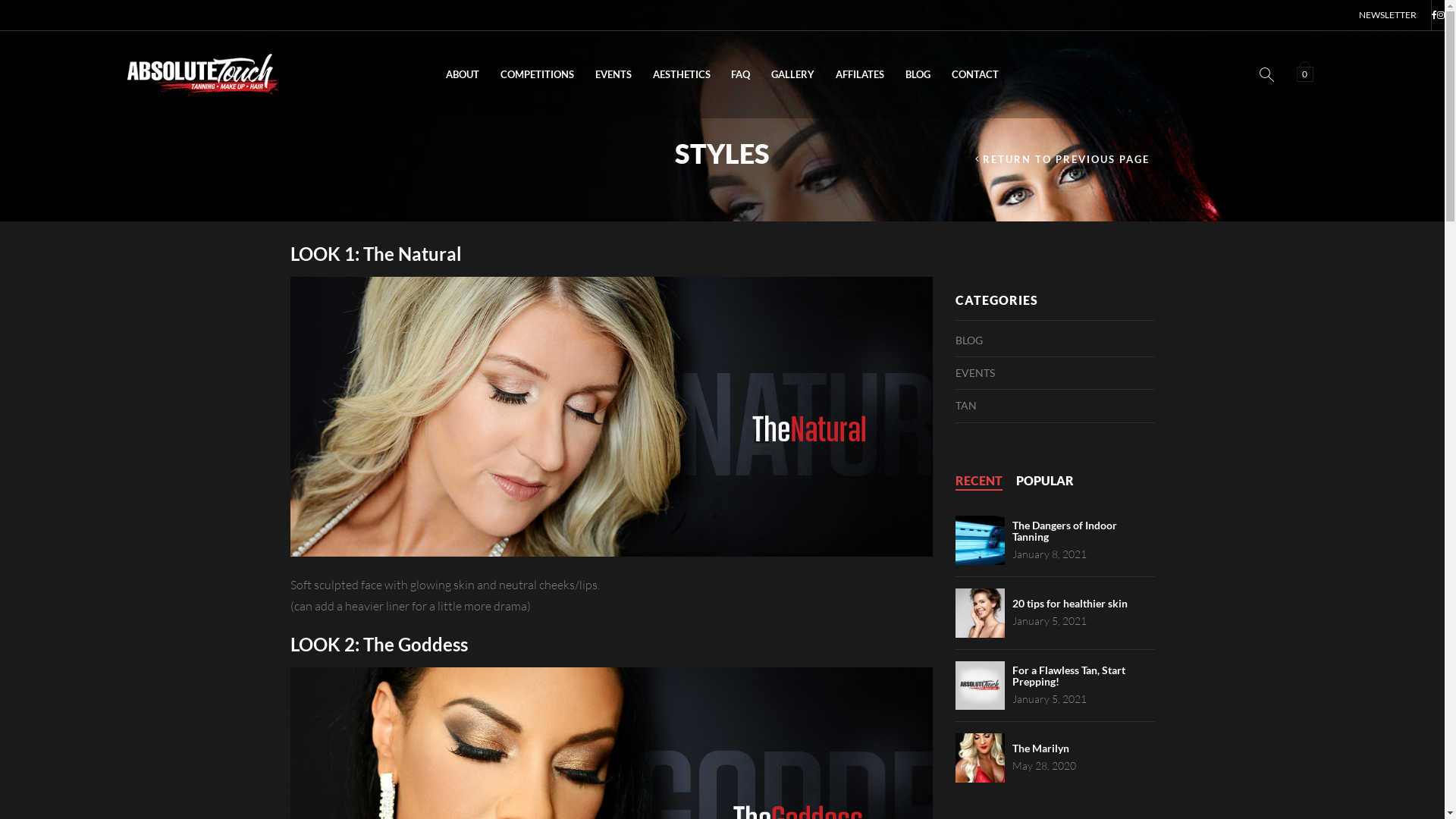 The height and width of the screenshot is (819, 1456). Describe the element at coordinates (1306, 73) in the screenshot. I see `'0'` at that location.